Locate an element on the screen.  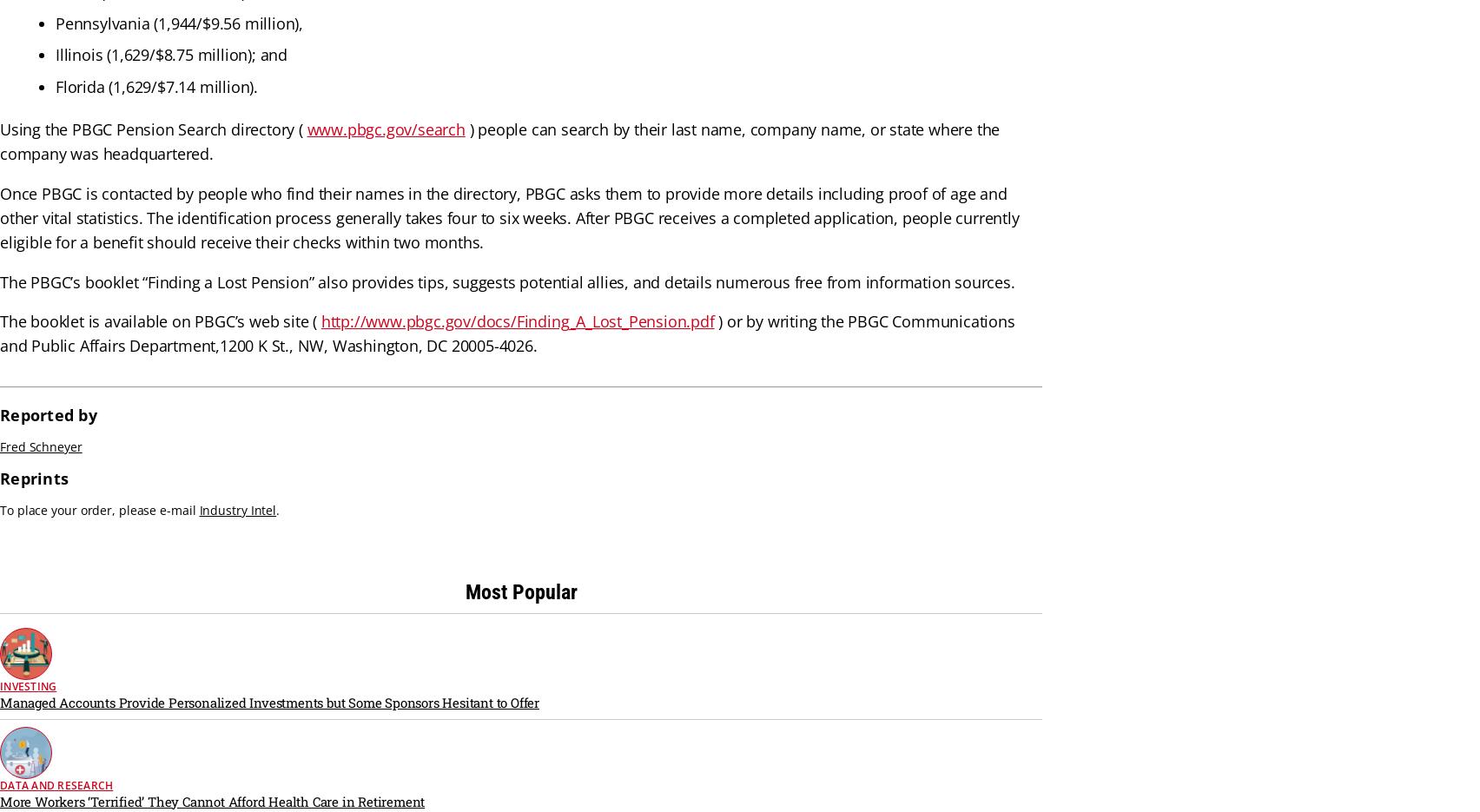
'More Workers ‘Terrified’ They Cannot Afford Health Care in Retirement' is located at coordinates (211, 801).